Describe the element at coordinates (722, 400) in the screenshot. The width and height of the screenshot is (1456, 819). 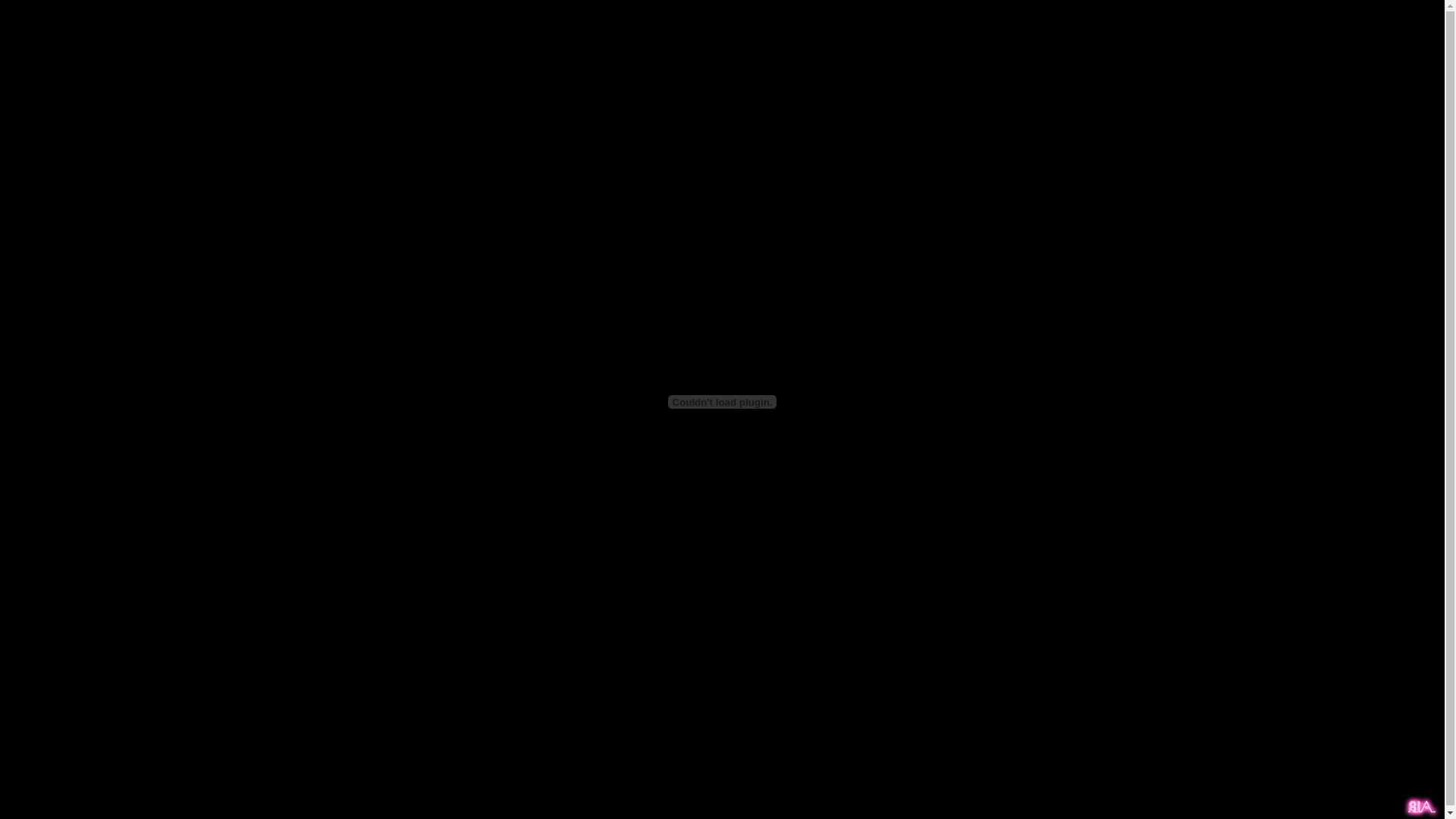
I see `'Adobe Flash Player'` at that location.